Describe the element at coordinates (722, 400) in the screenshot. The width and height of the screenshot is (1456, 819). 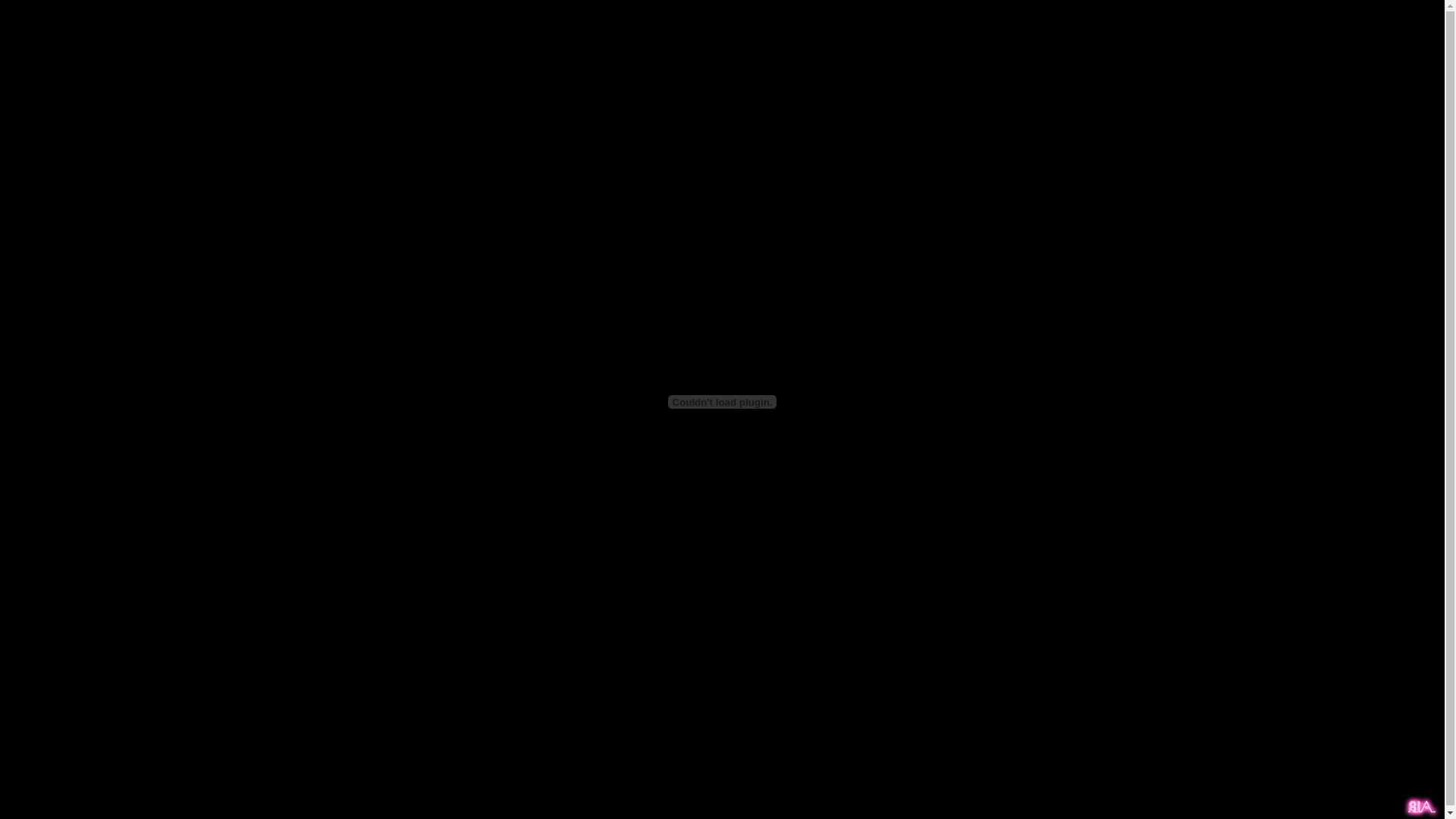
I see `'Adobe Flash Player'` at that location.